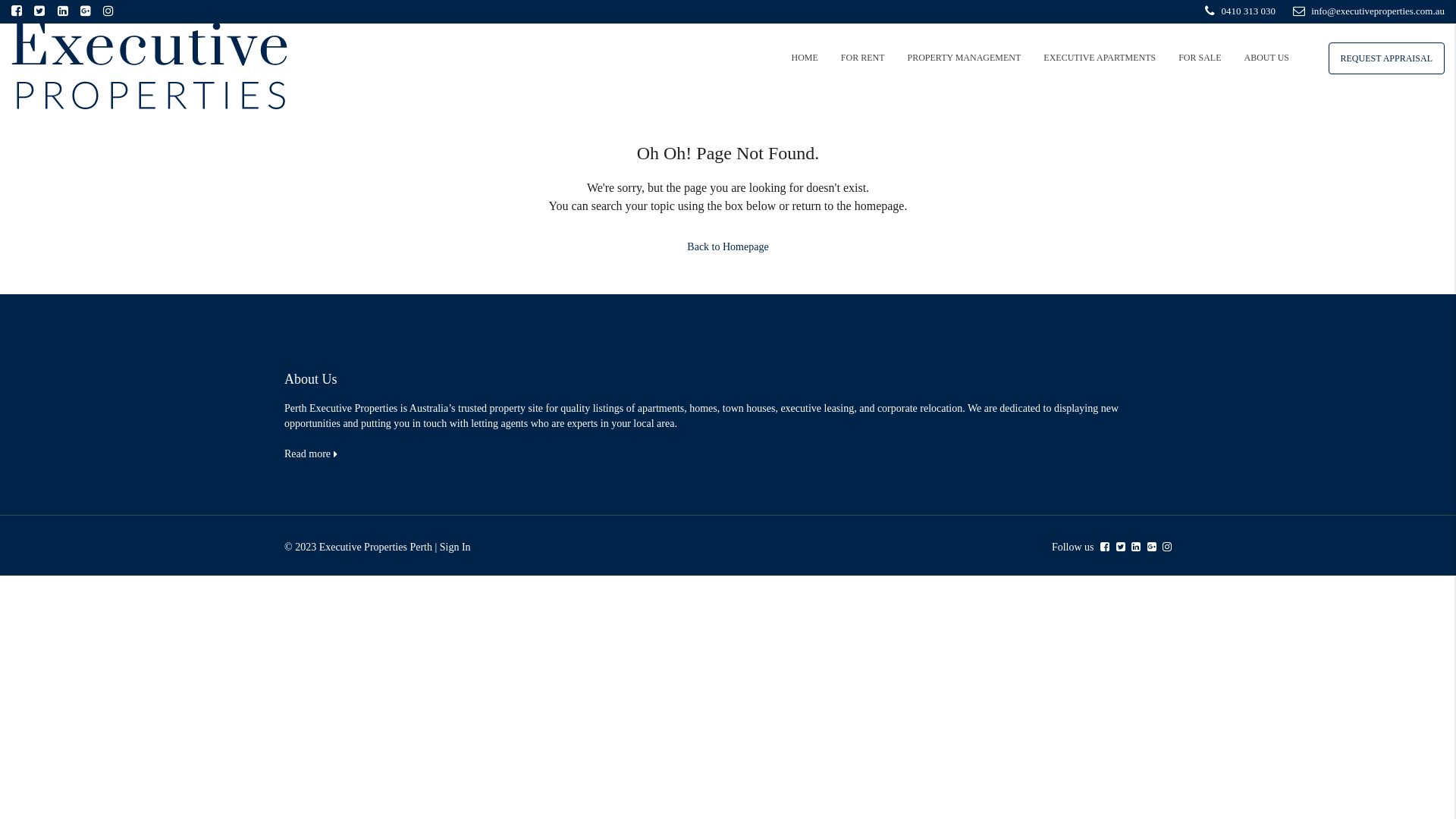 Image resolution: width=1456 pixels, height=819 pixels. I want to click on 'EXECUTIVE APARTMENTS', so click(1031, 57).